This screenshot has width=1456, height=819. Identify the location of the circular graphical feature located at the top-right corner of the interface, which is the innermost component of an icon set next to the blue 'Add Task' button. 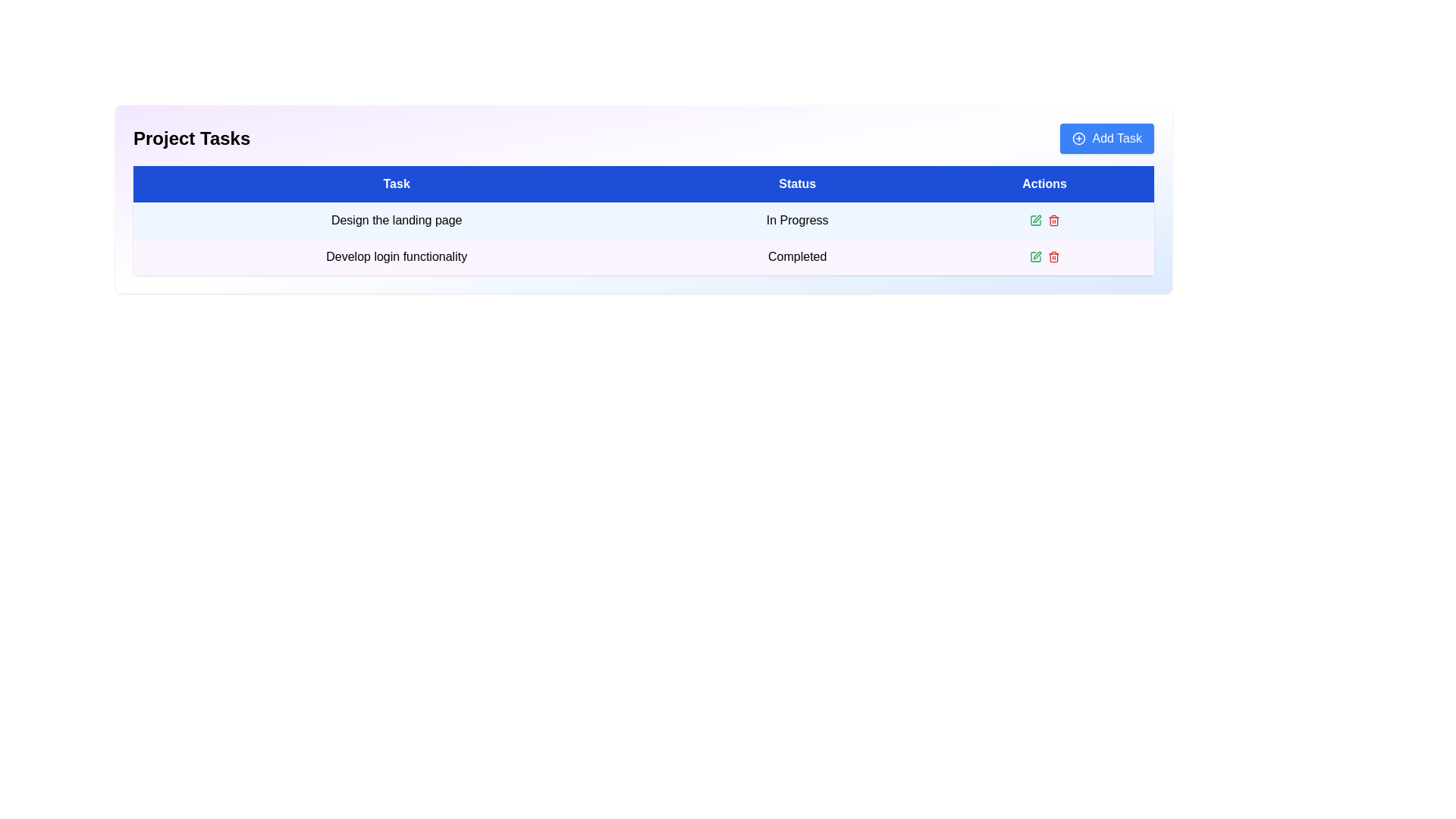
(1078, 138).